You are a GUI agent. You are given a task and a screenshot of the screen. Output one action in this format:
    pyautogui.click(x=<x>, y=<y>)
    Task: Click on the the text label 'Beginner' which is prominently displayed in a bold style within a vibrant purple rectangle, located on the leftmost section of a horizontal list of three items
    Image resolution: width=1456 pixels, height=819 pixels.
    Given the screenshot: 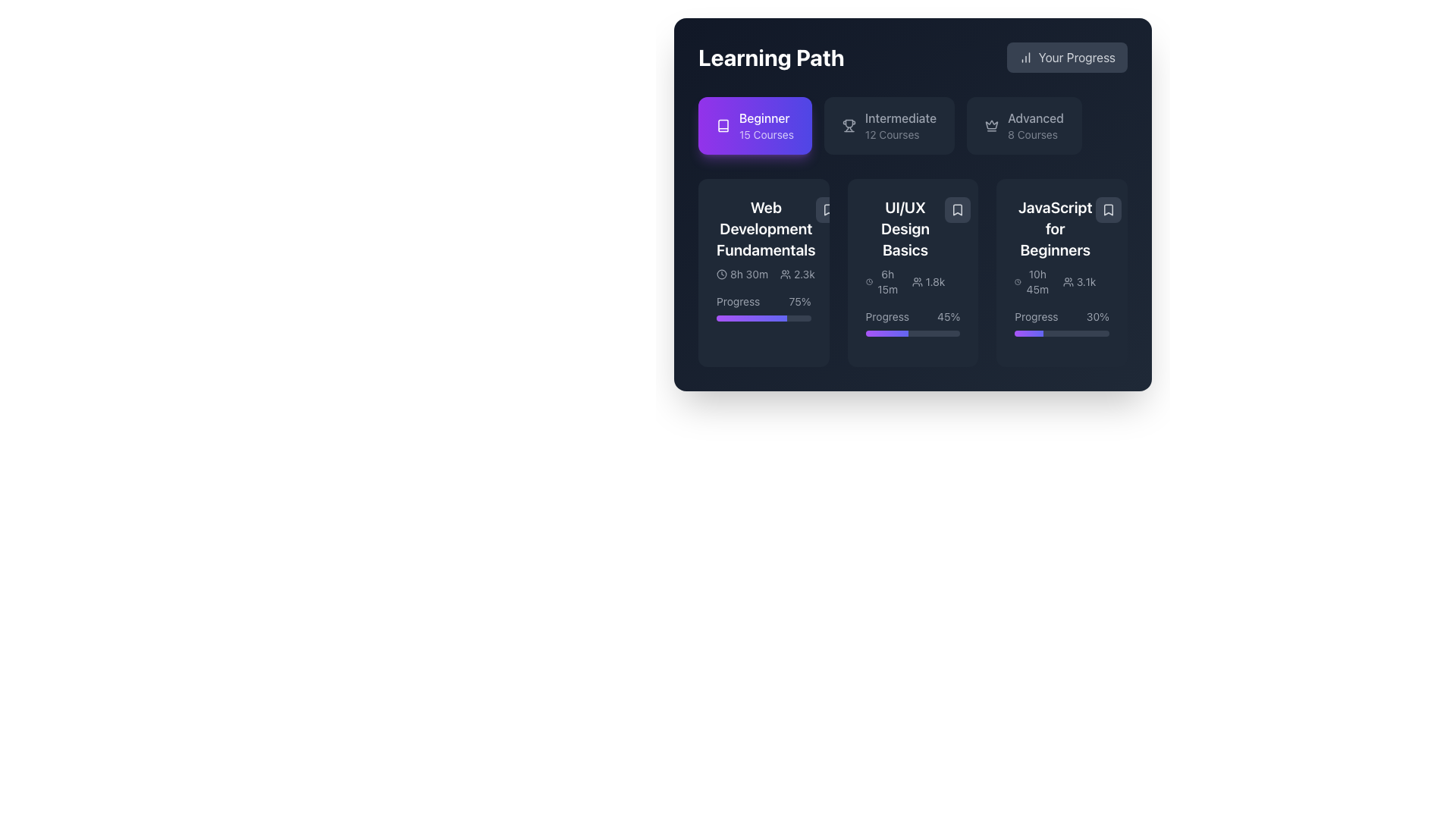 What is the action you would take?
    pyautogui.click(x=766, y=117)
    